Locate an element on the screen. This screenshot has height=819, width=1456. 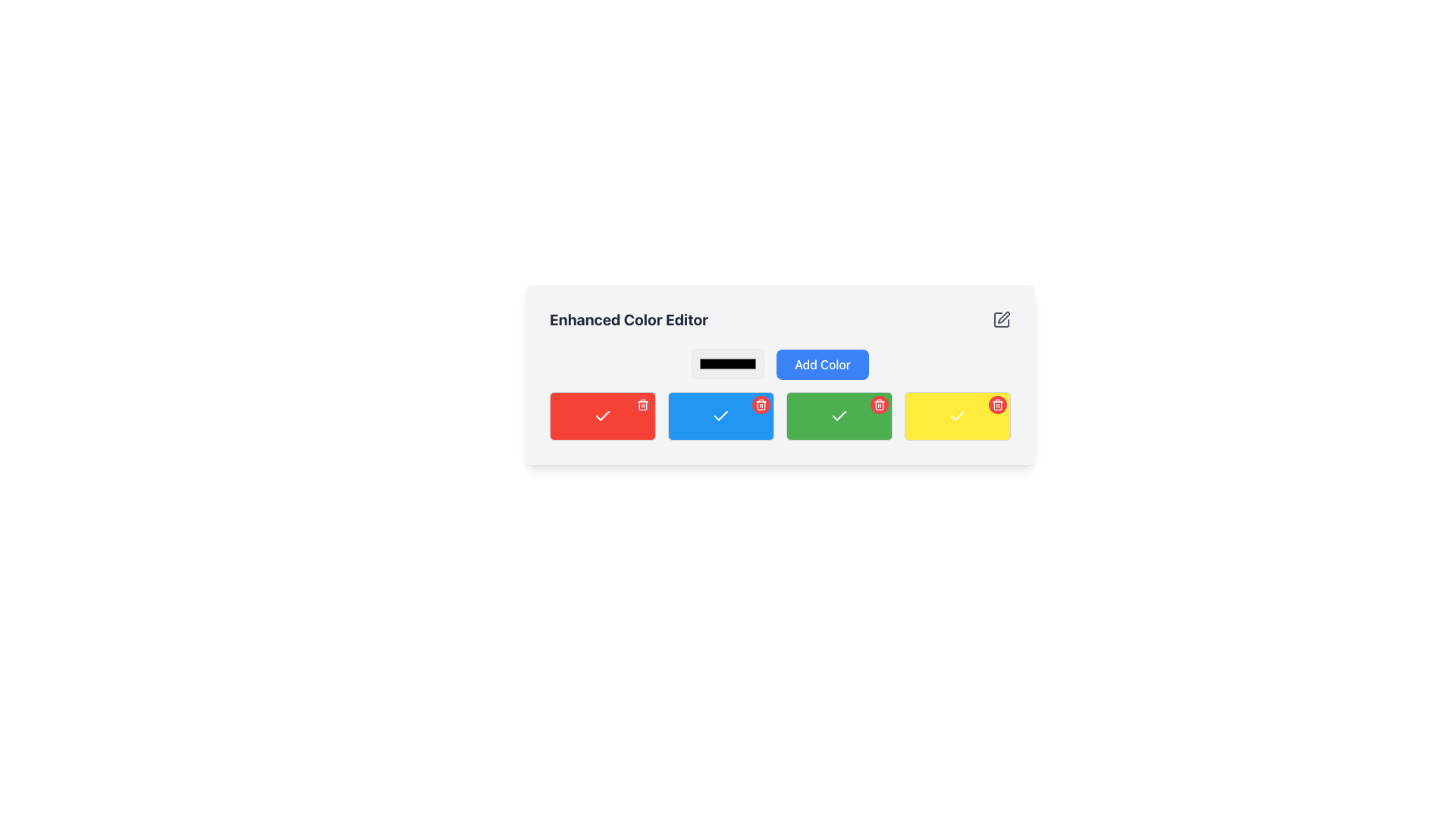
the 'Add Color' blue button located beside the color input box in the 'Enhanced Color Editor' section is located at coordinates (780, 364).